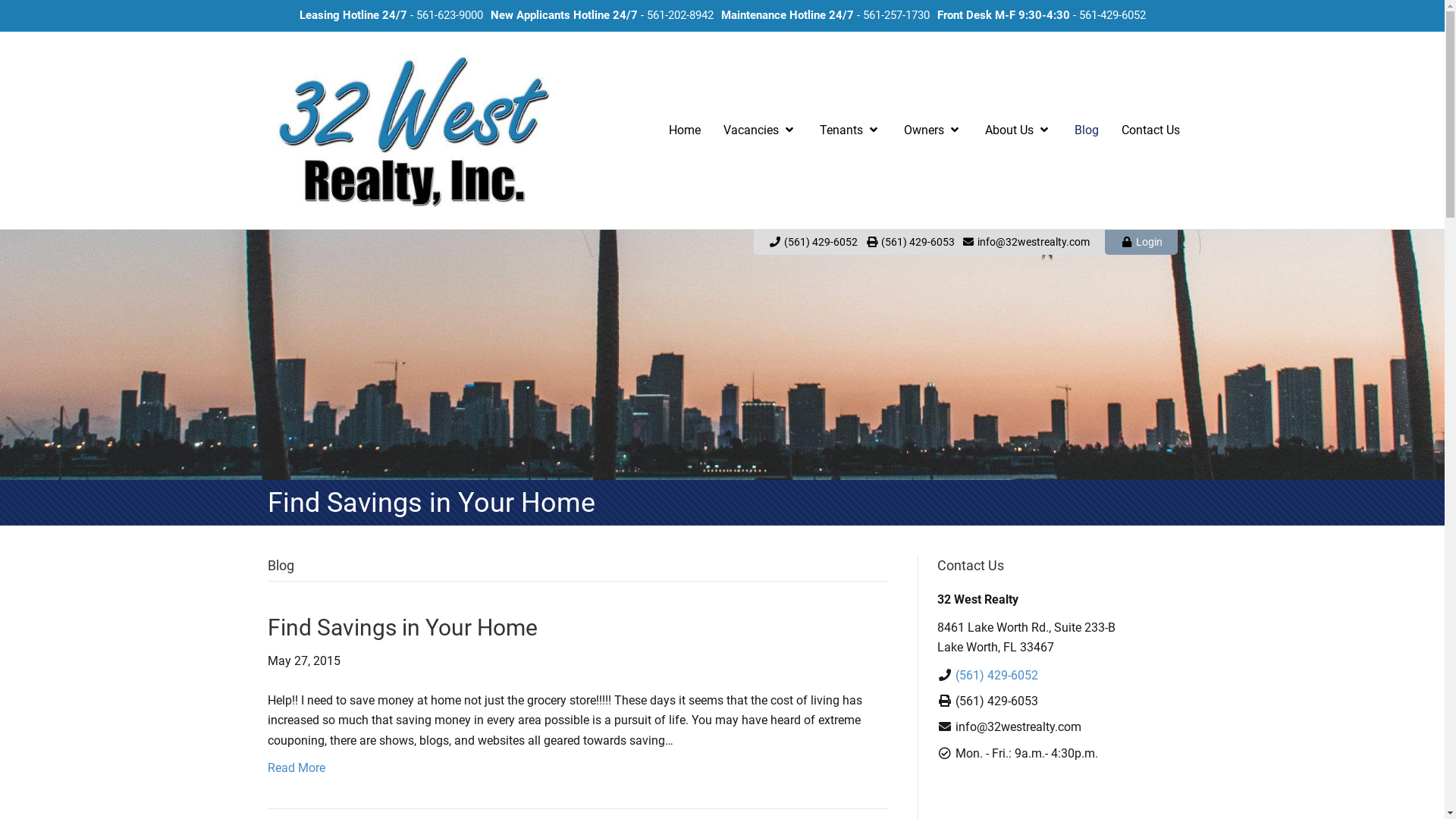 This screenshot has height=819, width=1456. What do you see at coordinates (1077, 14) in the screenshot?
I see `'561-429-6052'` at bounding box center [1077, 14].